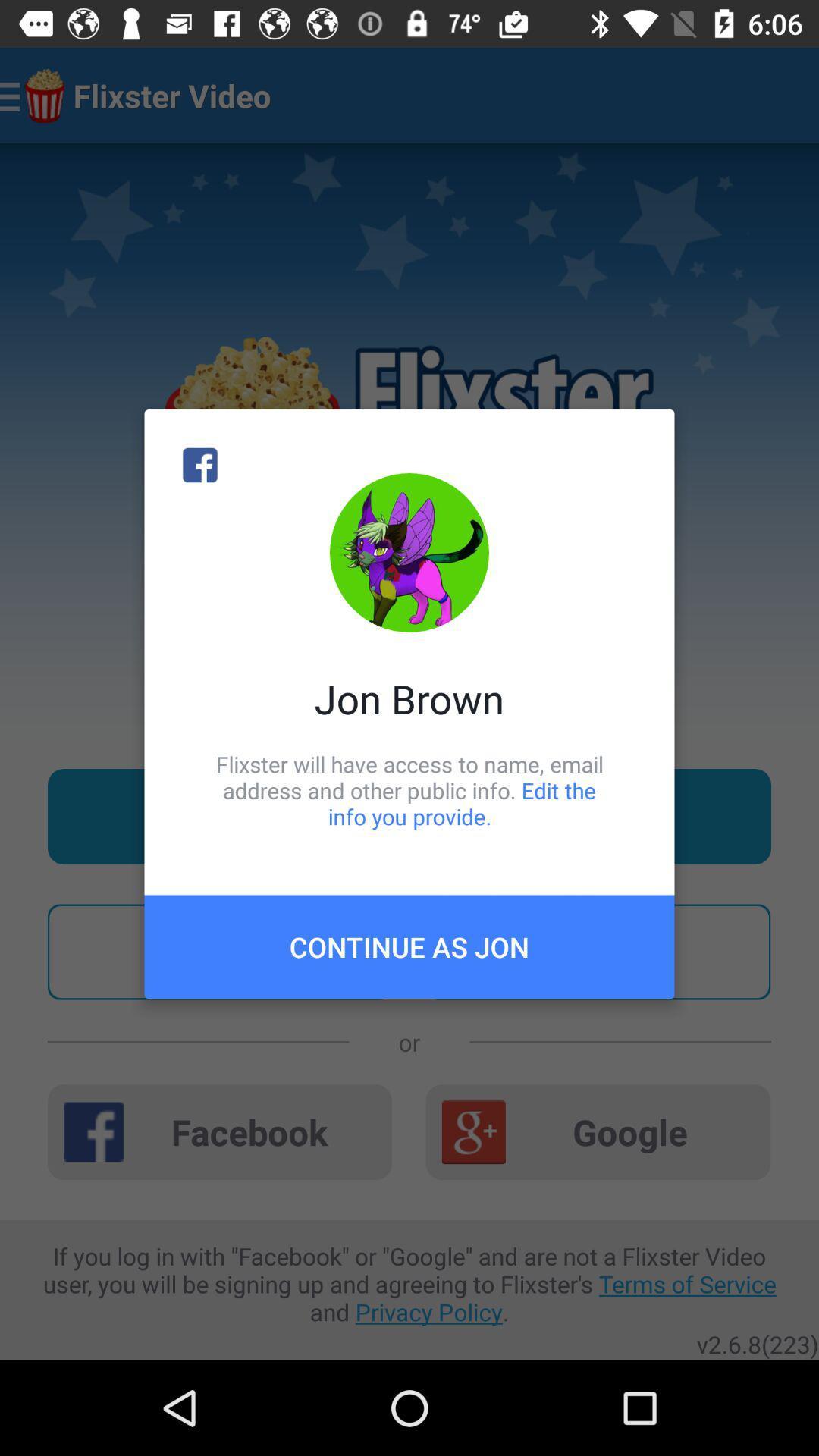 The height and width of the screenshot is (1456, 819). I want to click on icon below jon brown, so click(409, 789).